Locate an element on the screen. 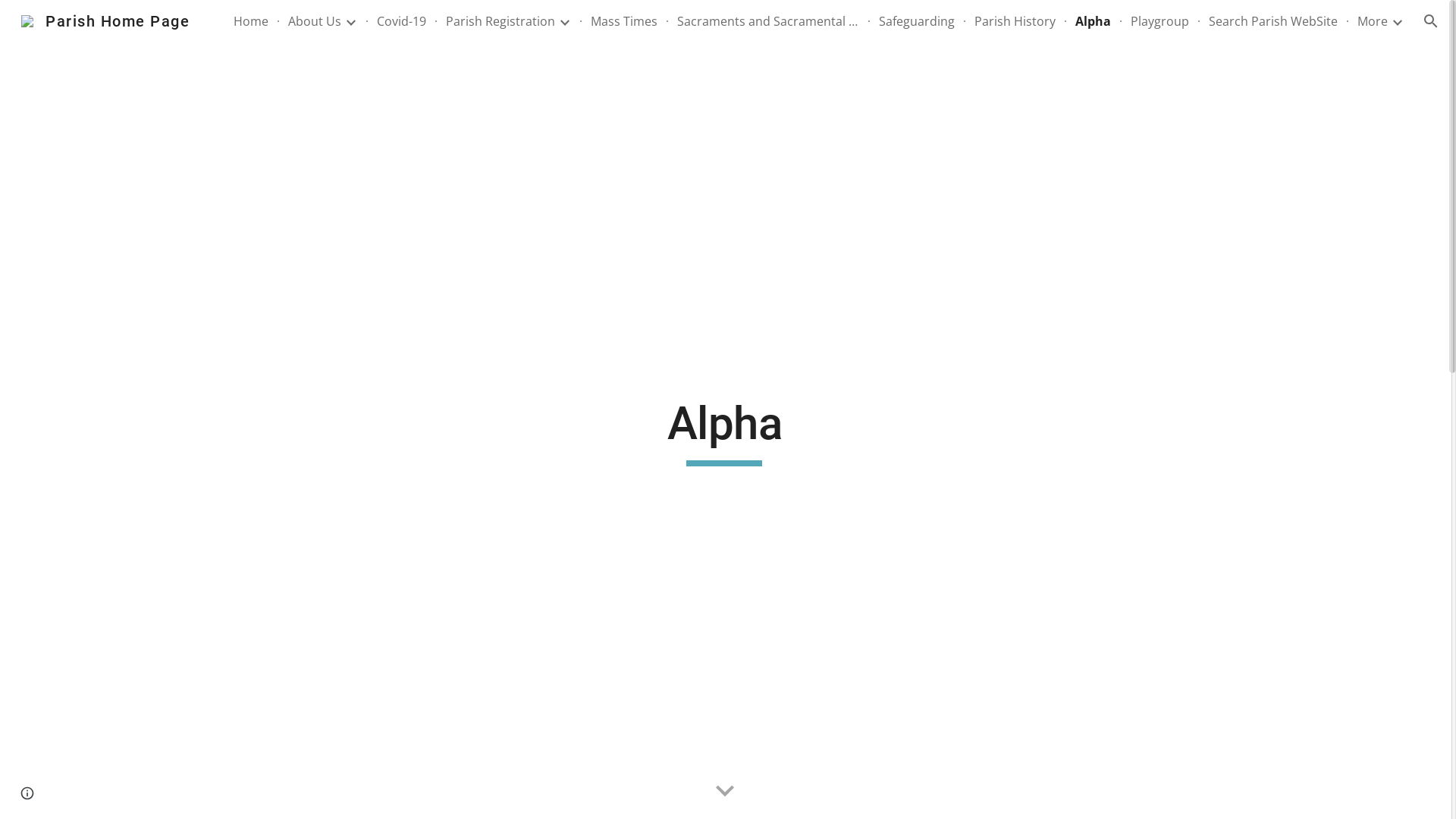  'Parish Registration' is located at coordinates (500, 20).